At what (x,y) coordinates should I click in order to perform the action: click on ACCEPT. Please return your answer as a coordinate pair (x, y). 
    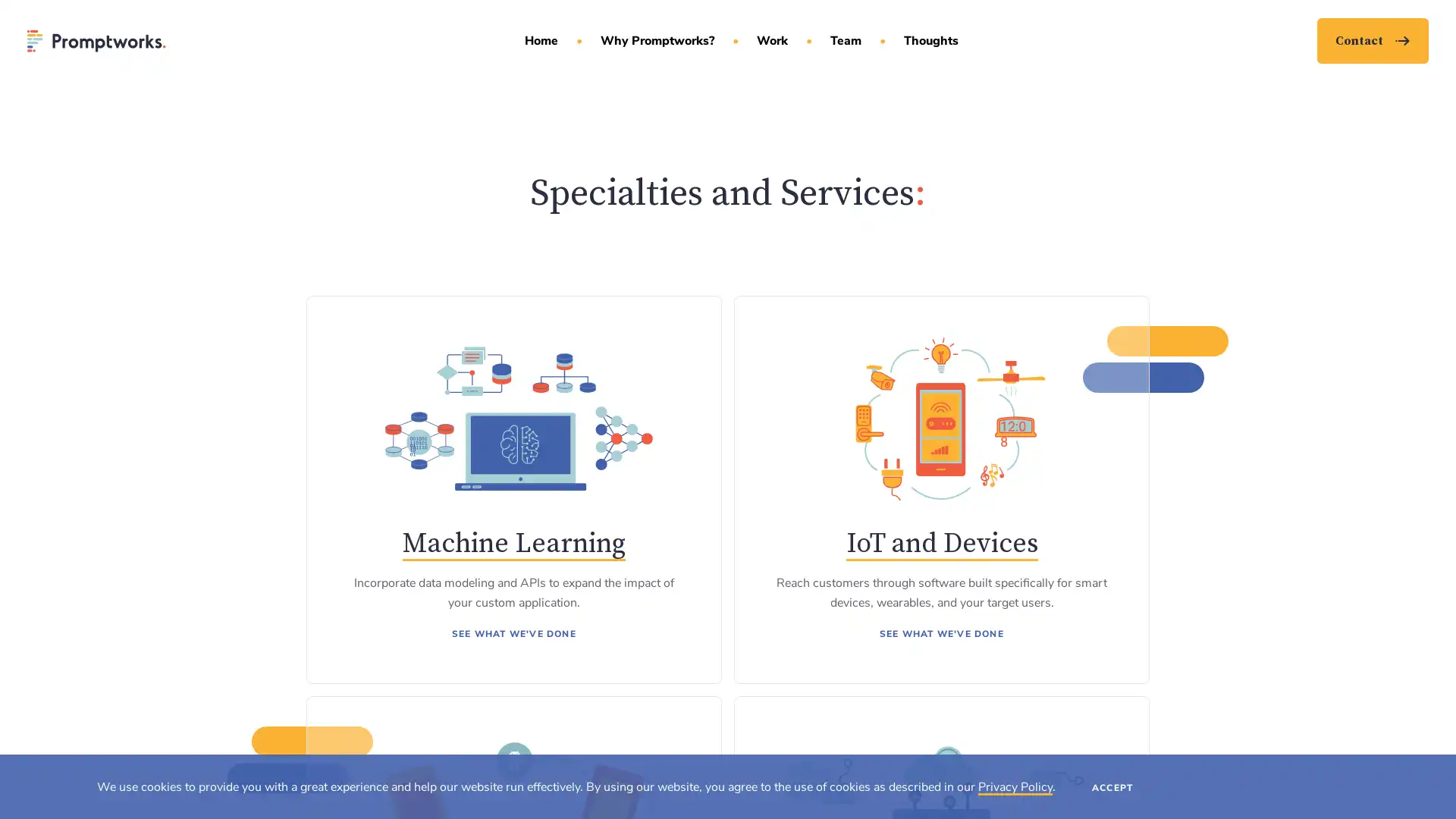
    Looking at the image, I should click on (1112, 786).